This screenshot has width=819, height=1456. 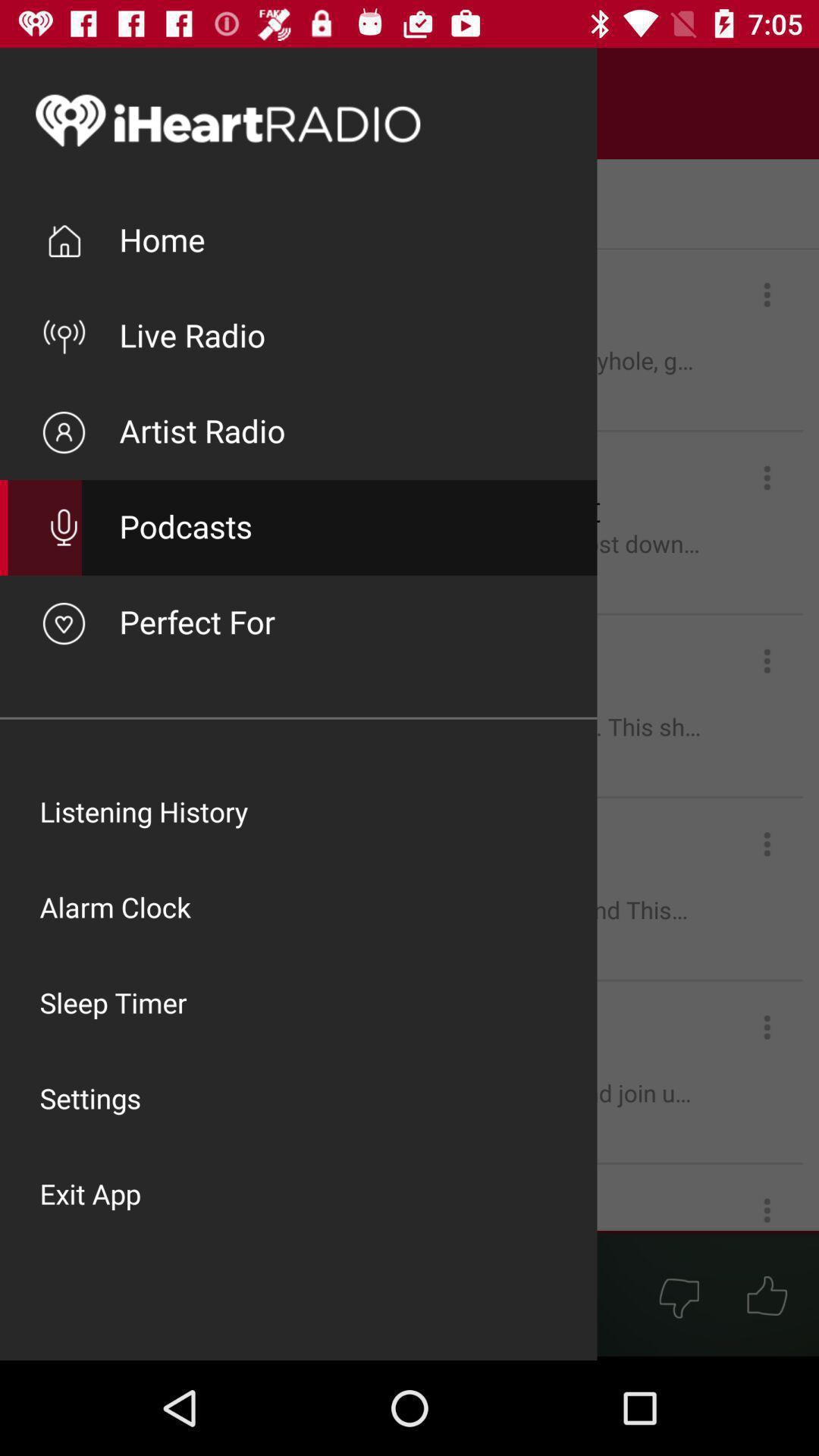 I want to click on the thumbs_up icon, so click(x=767, y=1295).